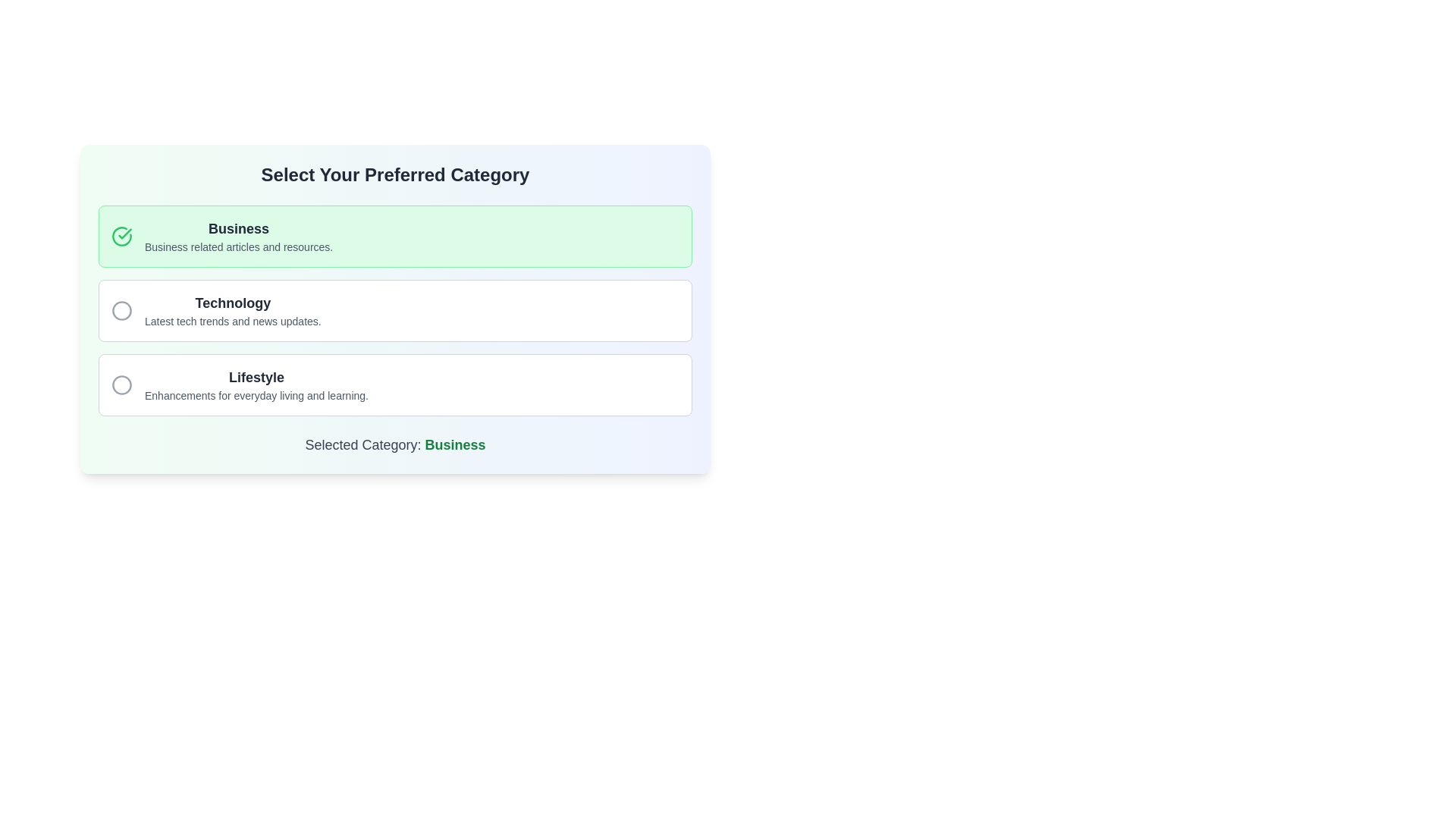  What do you see at coordinates (395, 309) in the screenshot?
I see `the 'Technology' category option in the selectable category list` at bounding box center [395, 309].